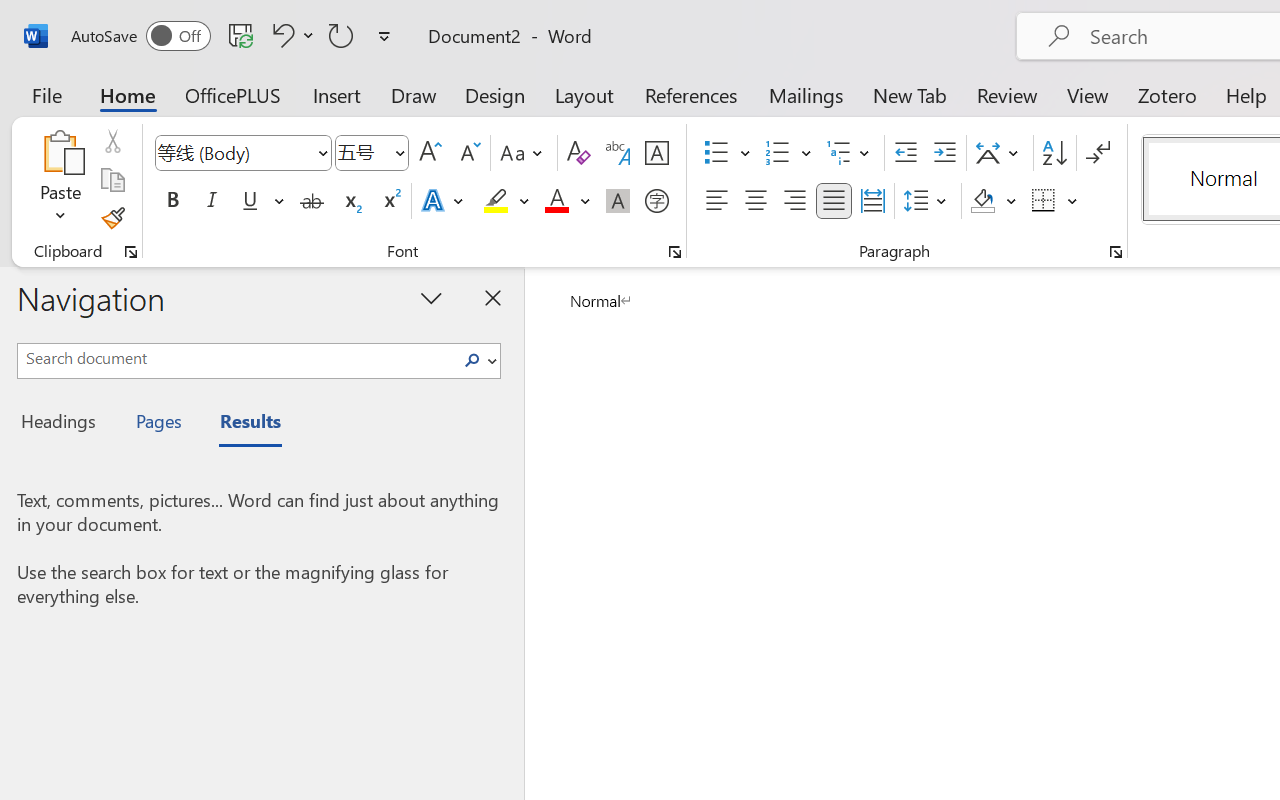  Describe the element at coordinates (65, 424) in the screenshot. I see `'Headings'` at that location.